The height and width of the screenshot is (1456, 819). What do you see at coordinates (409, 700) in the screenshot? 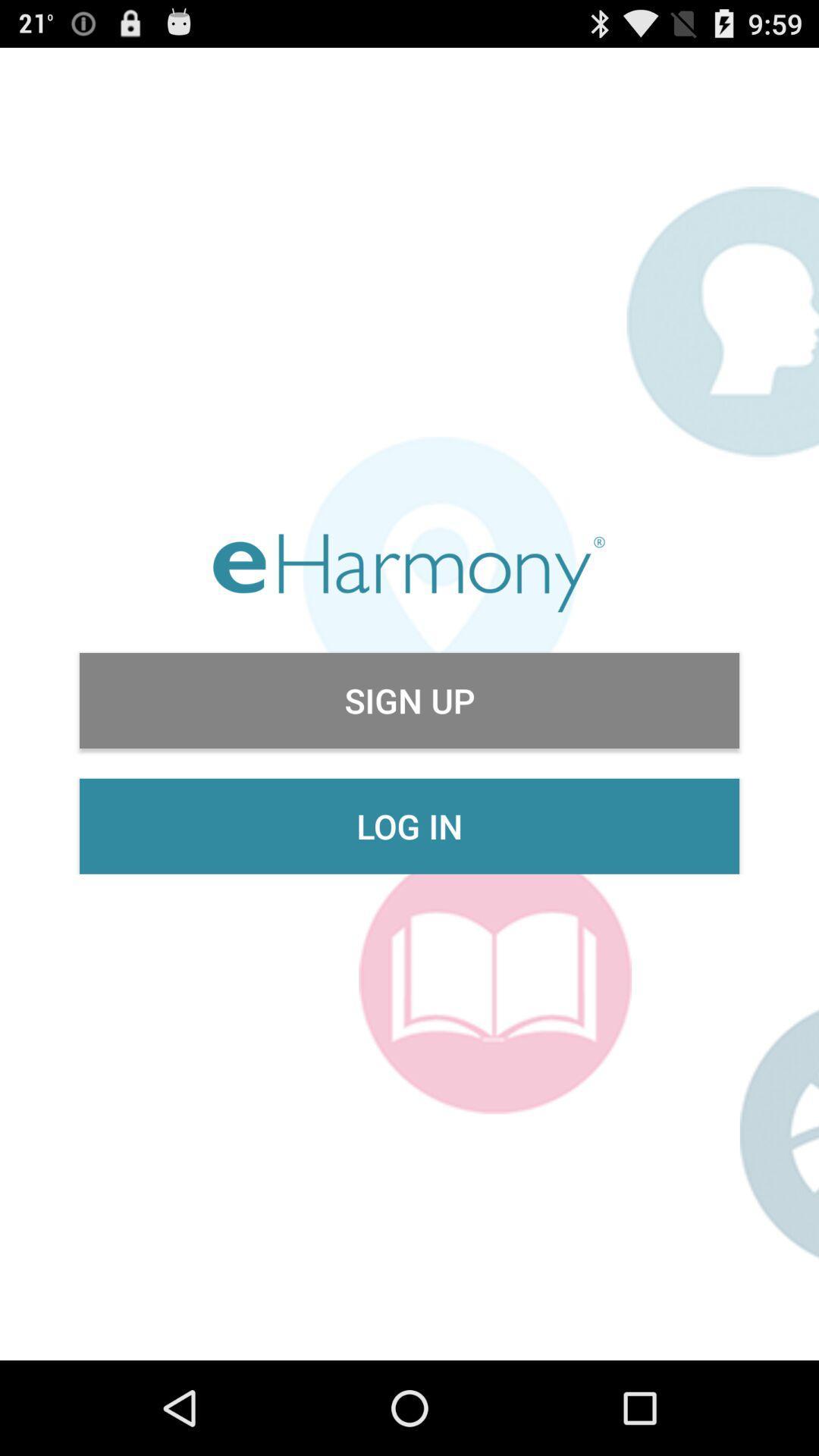
I see `icon above log in item` at bounding box center [409, 700].